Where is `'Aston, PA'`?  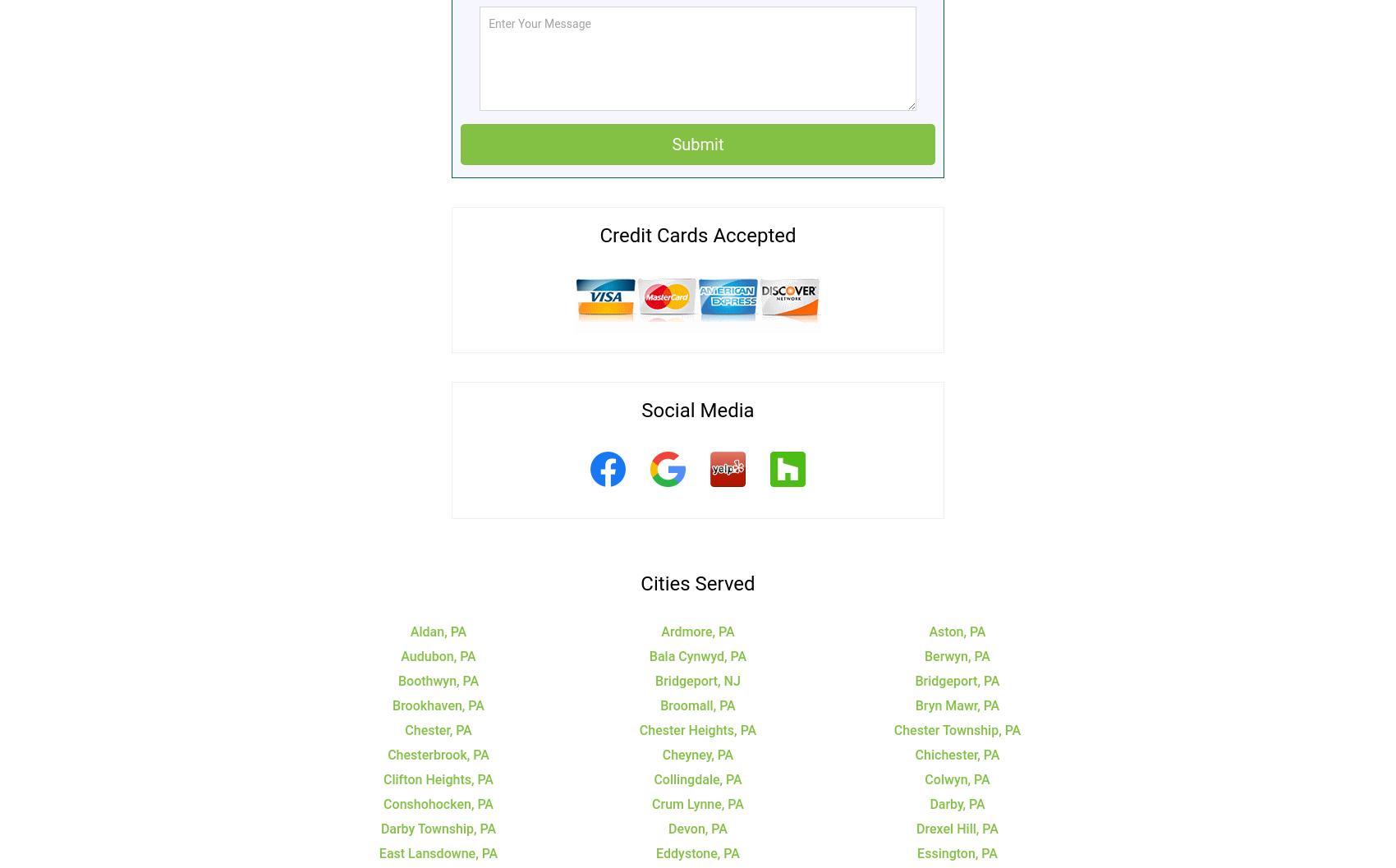 'Aston, PA' is located at coordinates (957, 631).